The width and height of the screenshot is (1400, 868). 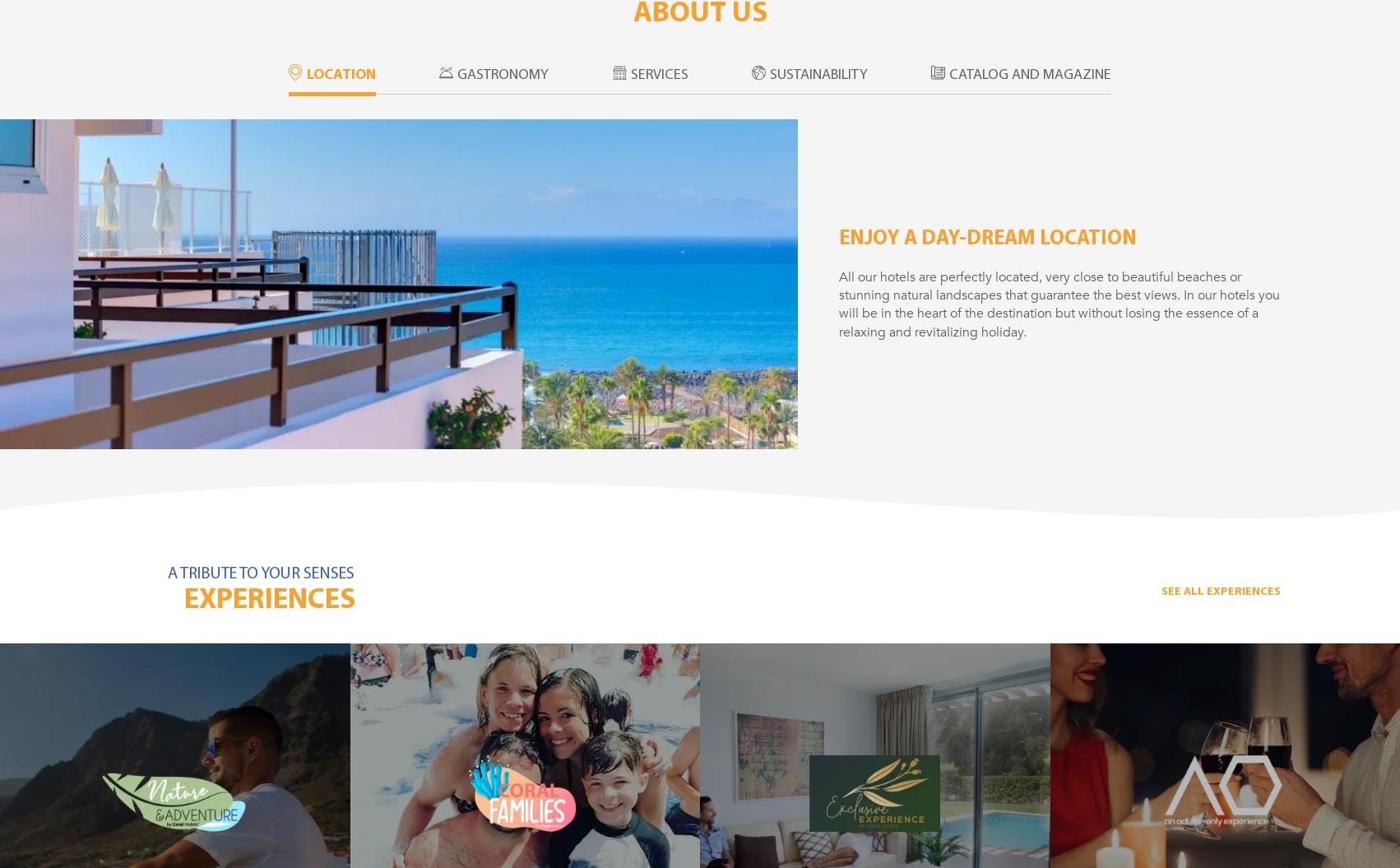 I want to click on 'SEE ALL EXPERIENCES', so click(x=1160, y=591).